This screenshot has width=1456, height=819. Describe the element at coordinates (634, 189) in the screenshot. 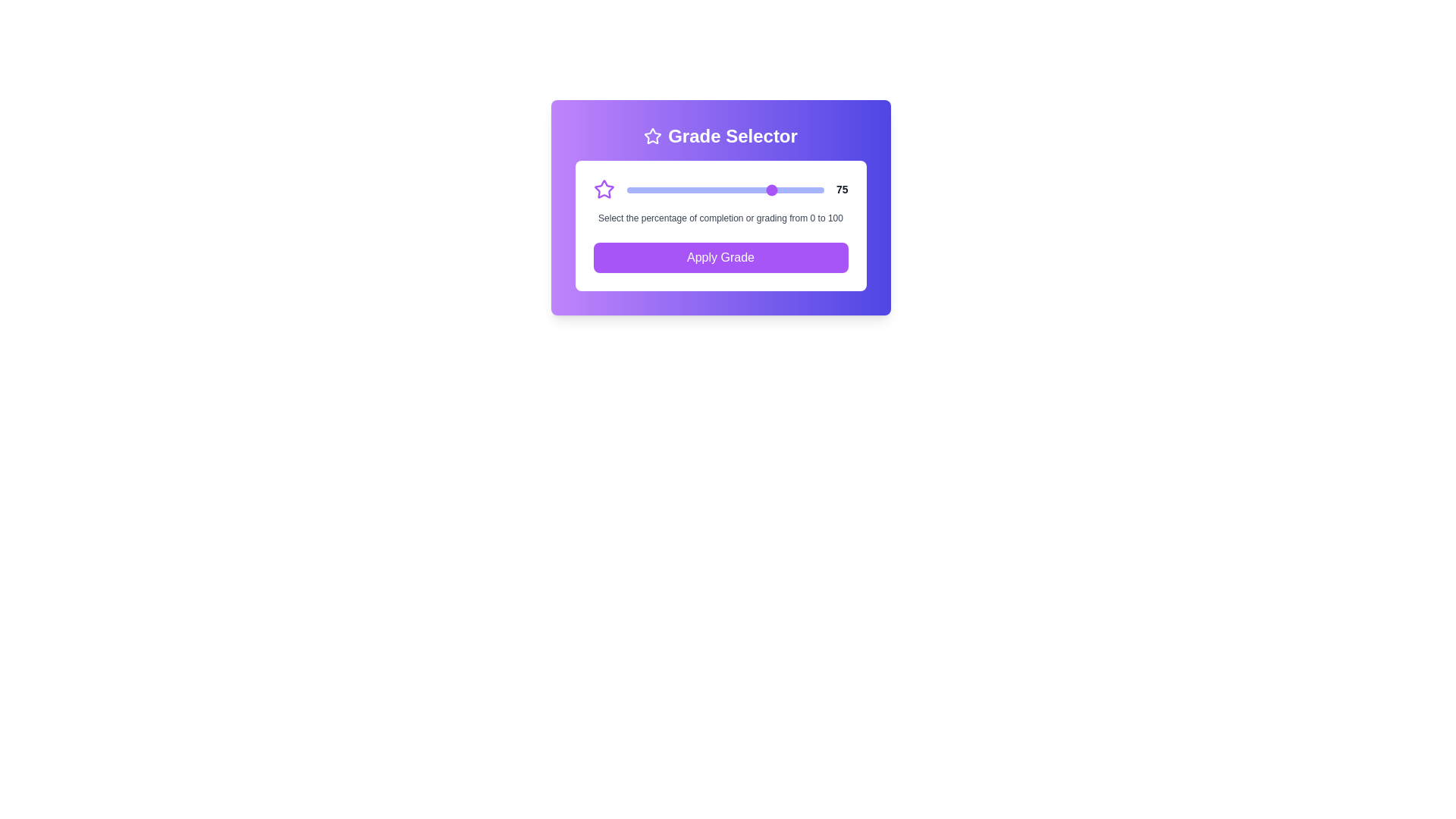

I see `the slider` at that location.